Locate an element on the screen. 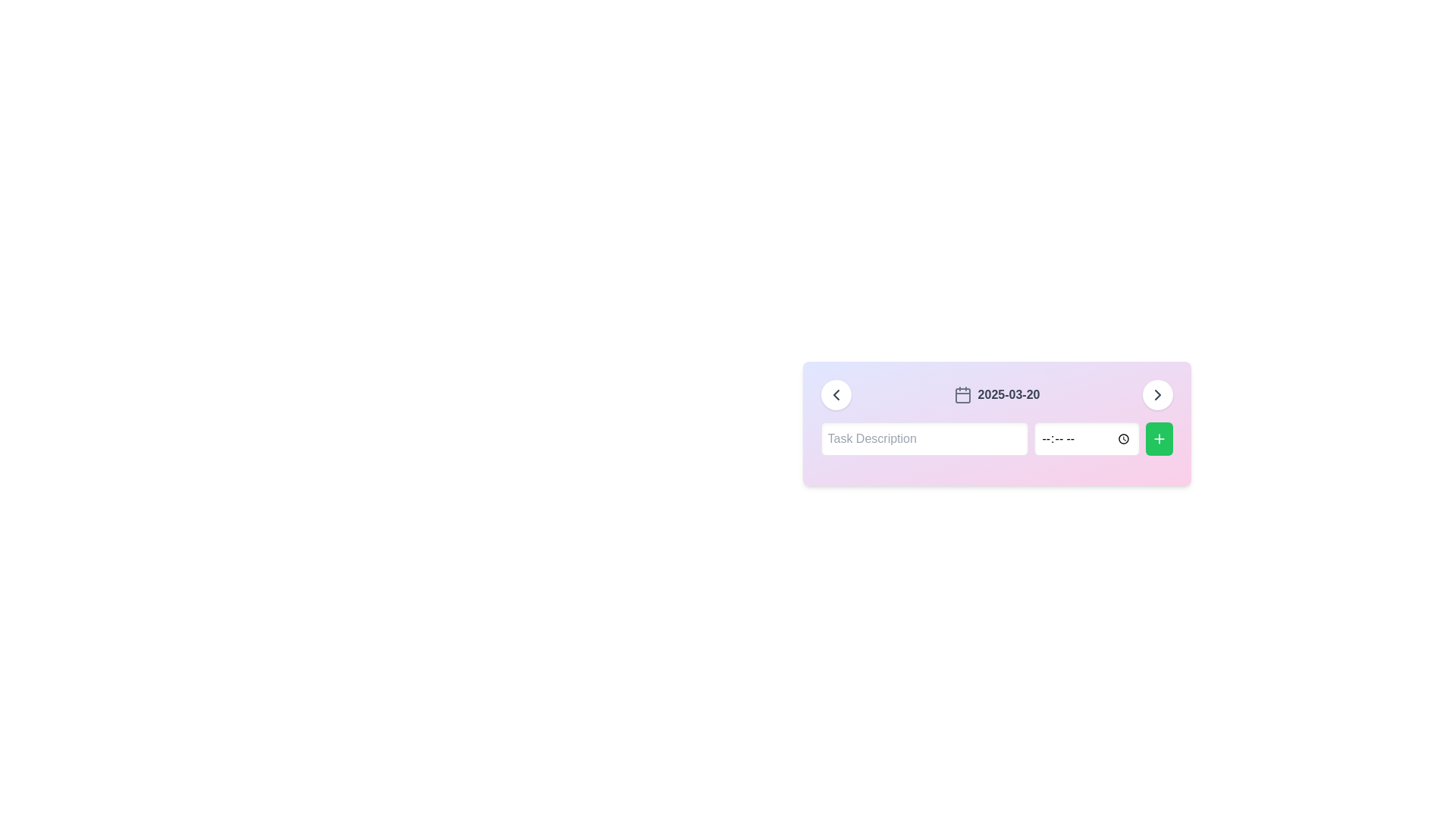  the Date Selector Component displaying the date '2025-03-20', which is centrally positioned with navigation buttons on either side is located at coordinates (996, 394).